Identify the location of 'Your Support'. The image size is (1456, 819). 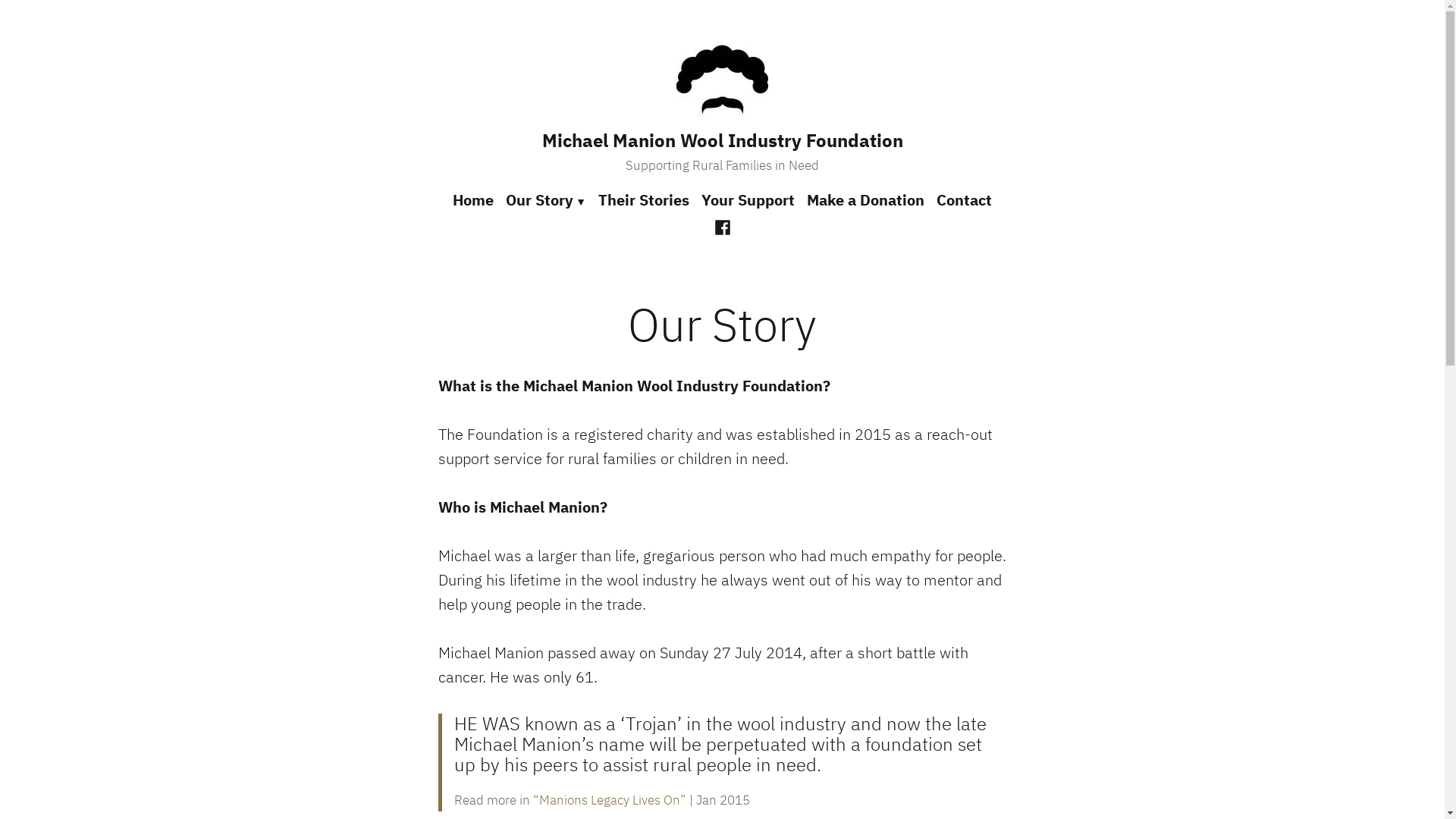
(694, 200).